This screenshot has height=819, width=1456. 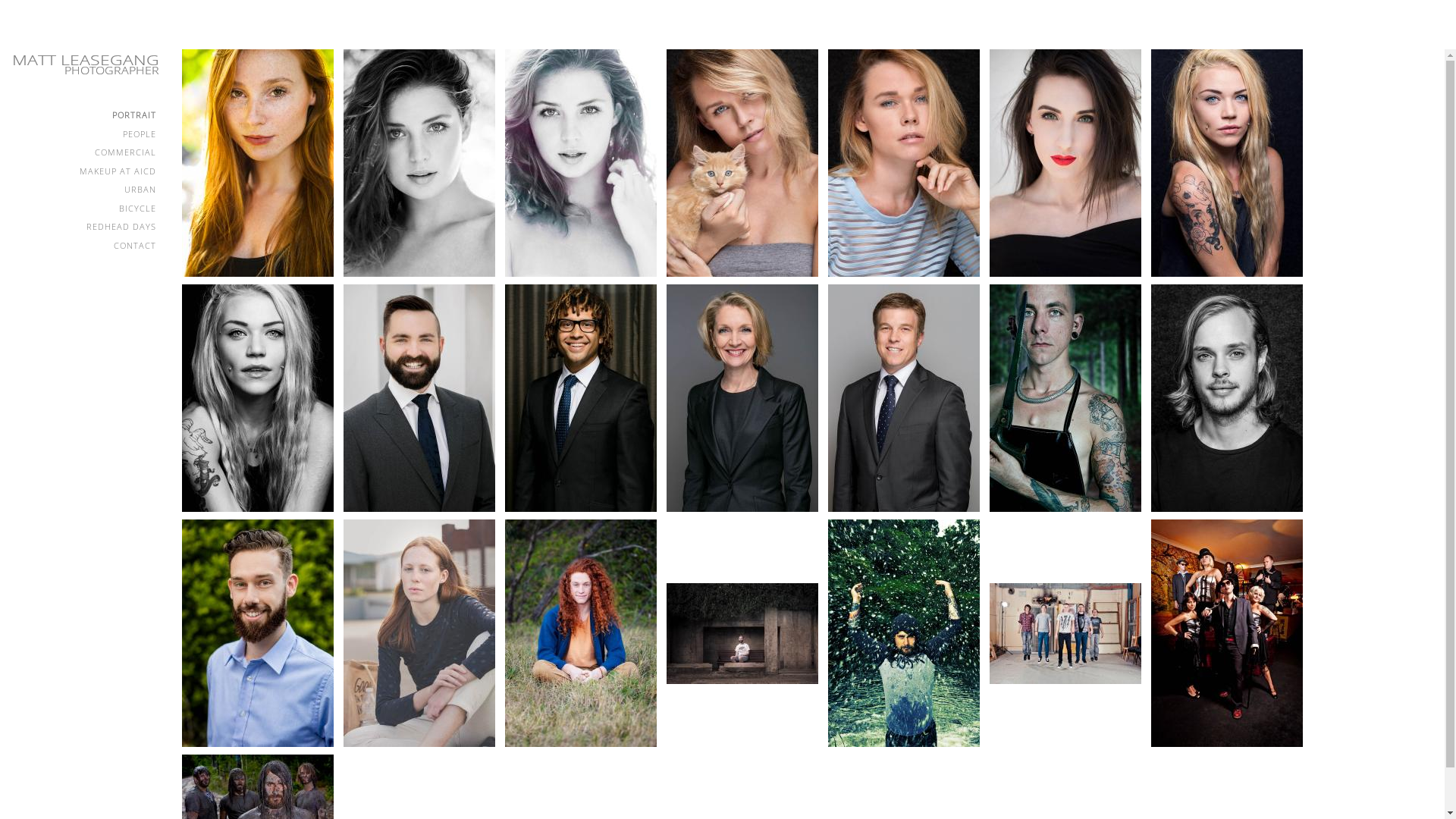 I want to click on 'PEOPLE', so click(x=83, y=133).